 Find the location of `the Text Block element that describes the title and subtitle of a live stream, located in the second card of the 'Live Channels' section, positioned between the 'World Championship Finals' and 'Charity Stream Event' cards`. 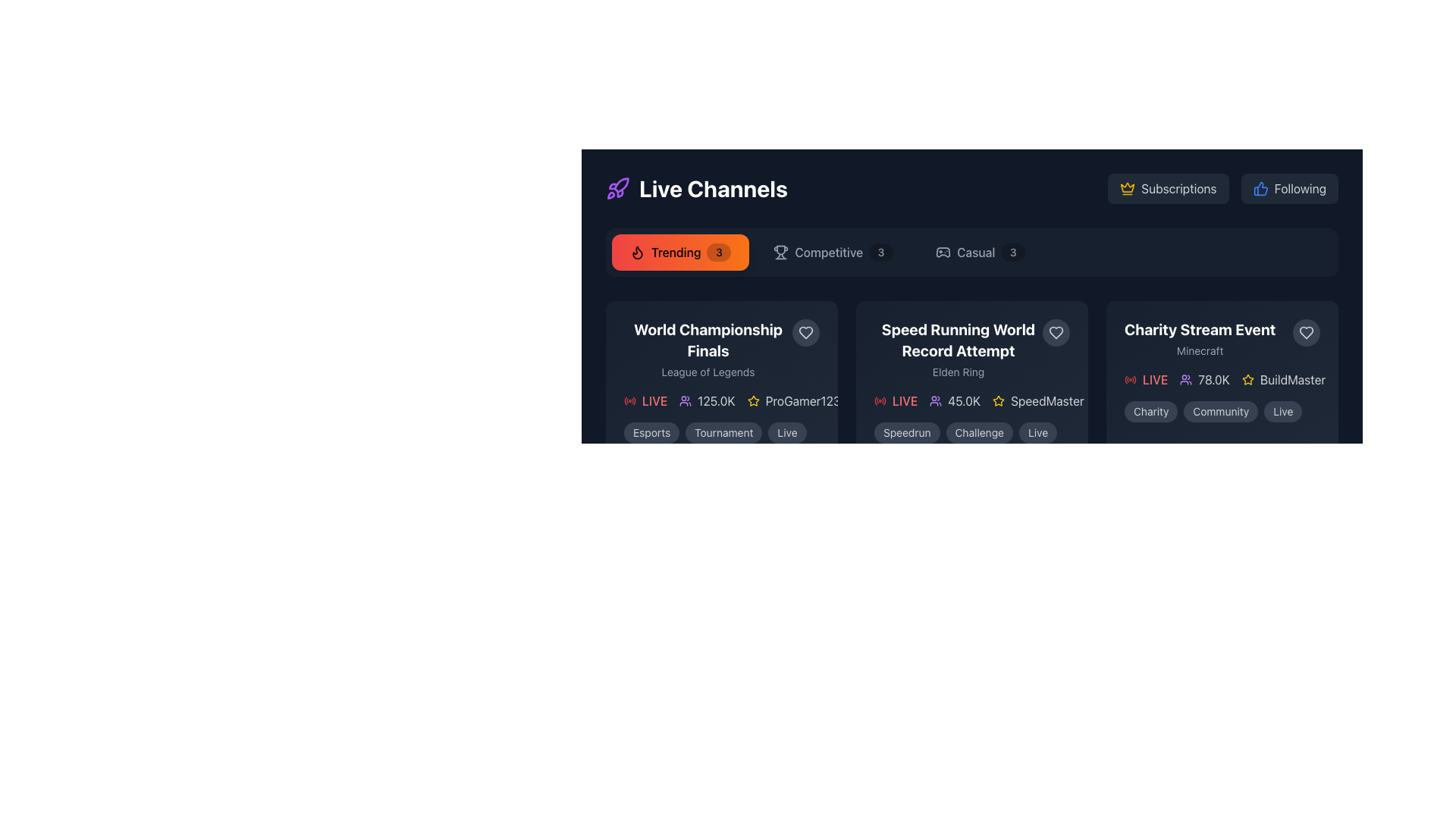

the Text Block element that describes the title and subtitle of a live stream, located in the second card of the 'Live Channels' section, positioned between the 'World Championship Finals' and 'Charity Stream Event' cards is located at coordinates (971, 350).